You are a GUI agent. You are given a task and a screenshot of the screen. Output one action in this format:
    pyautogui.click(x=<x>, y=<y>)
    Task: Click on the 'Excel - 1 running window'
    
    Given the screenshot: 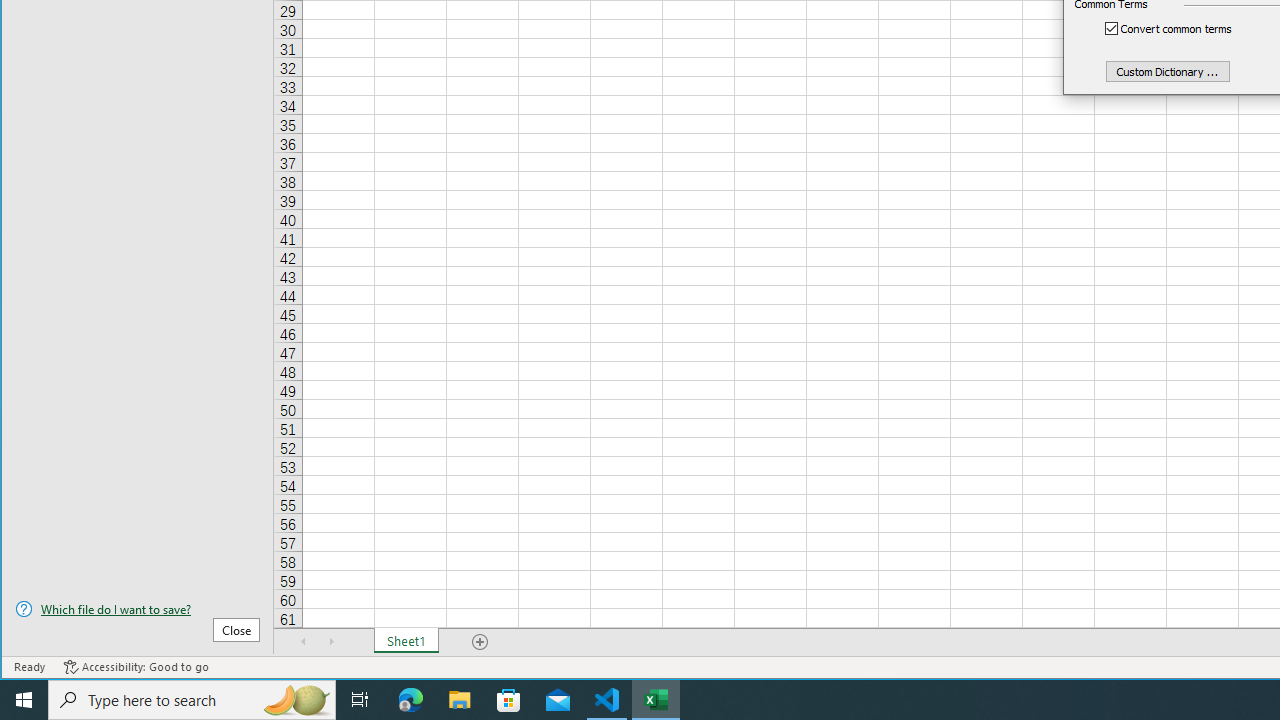 What is the action you would take?
    pyautogui.click(x=656, y=698)
    